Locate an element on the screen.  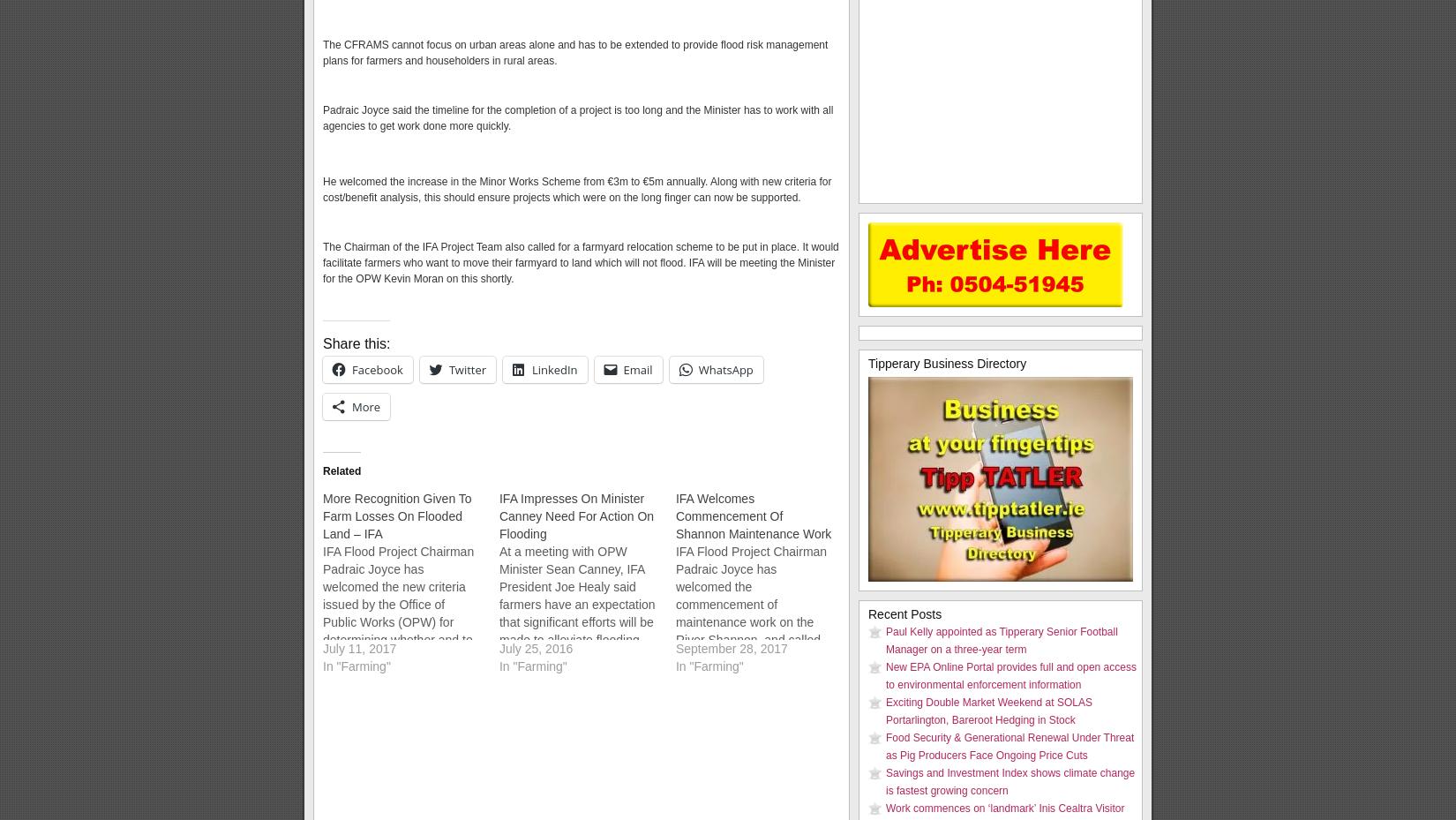
'Share this:' is located at coordinates (322, 342).